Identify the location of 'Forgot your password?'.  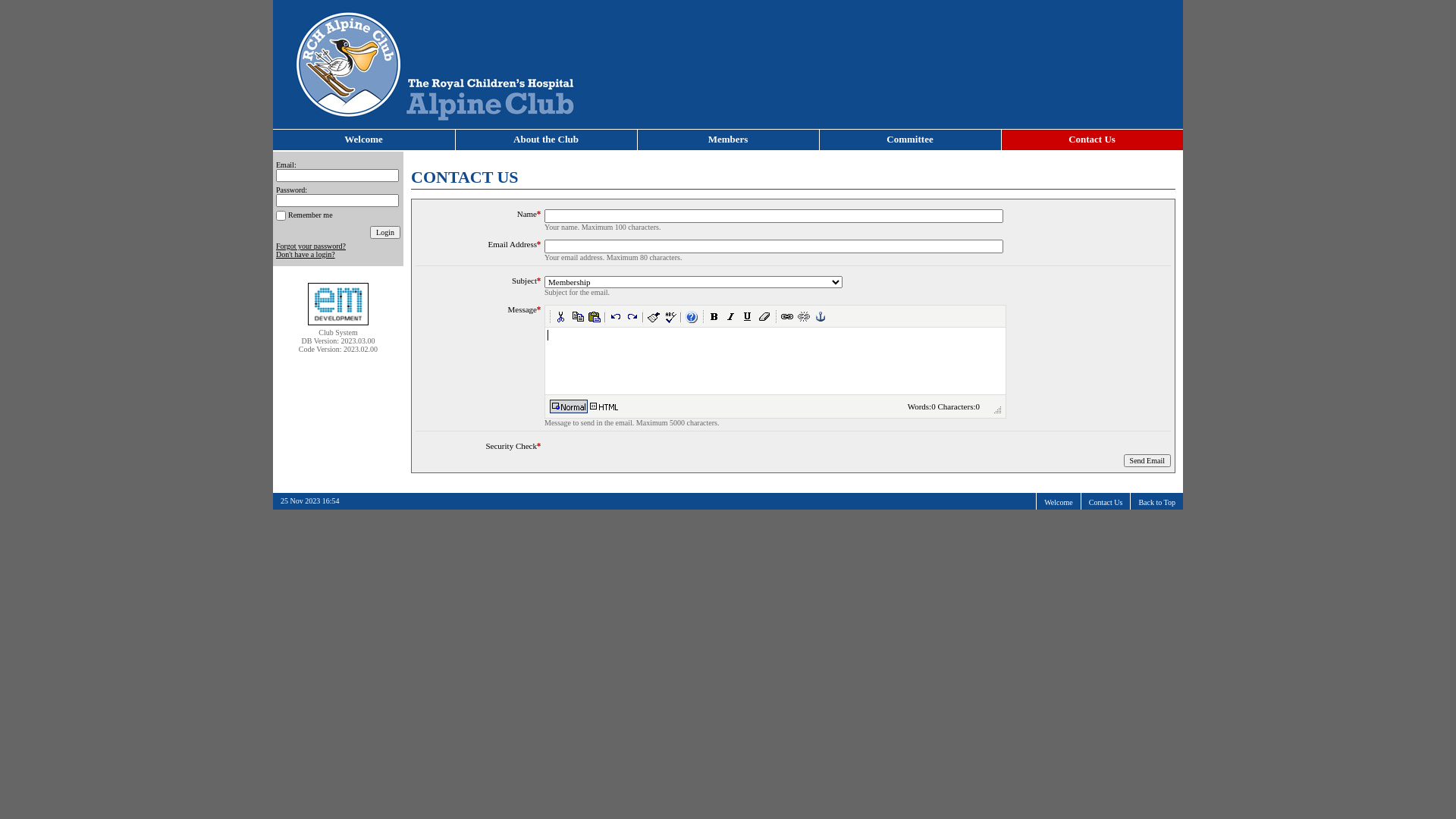
(276, 245).